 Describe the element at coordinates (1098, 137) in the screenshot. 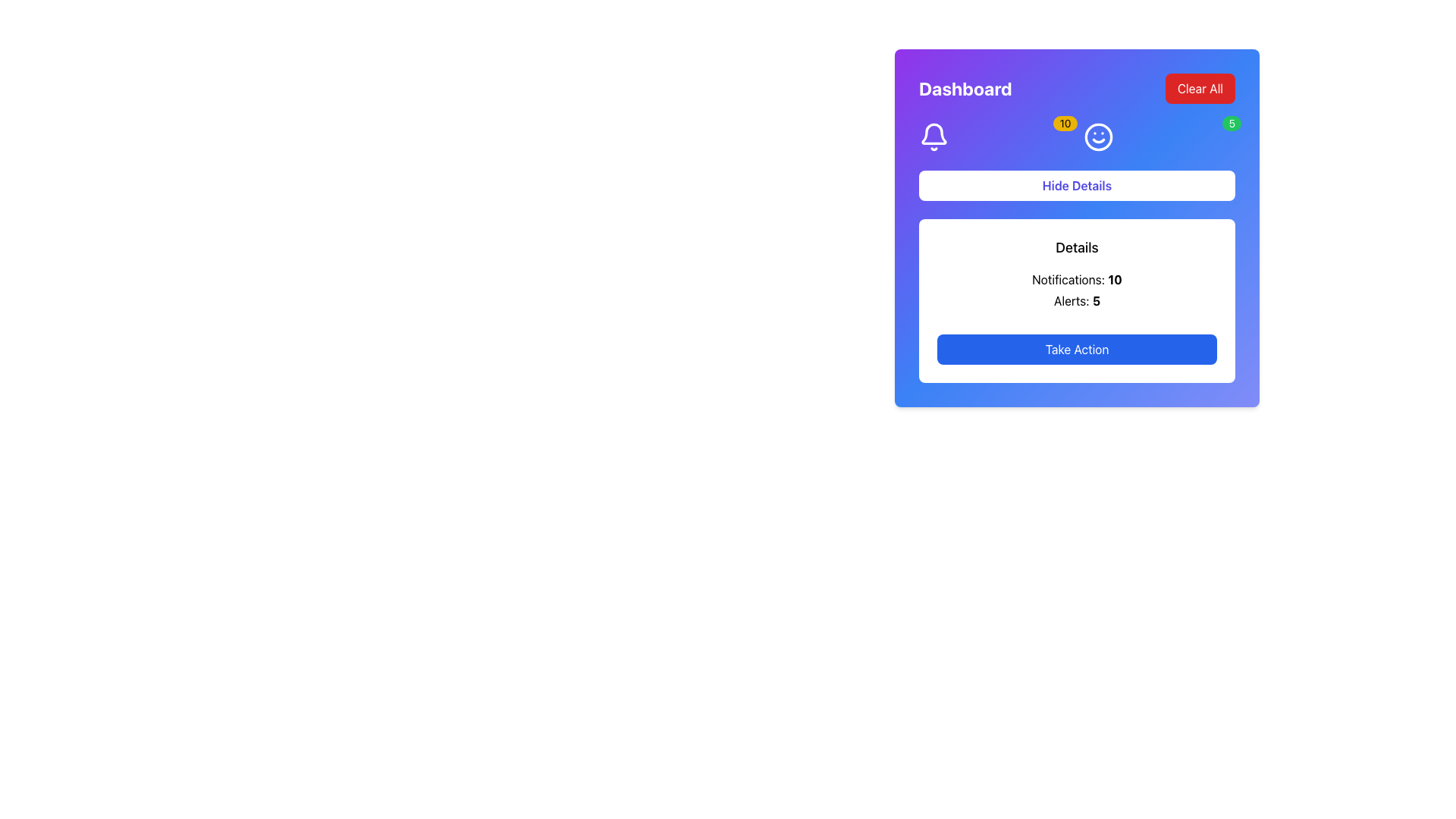

I see `the circular smiley face icon located in the top-right corner of the dashboard, near the 'Clear All' button and beneath a green indicator labeled '5'` at that location.